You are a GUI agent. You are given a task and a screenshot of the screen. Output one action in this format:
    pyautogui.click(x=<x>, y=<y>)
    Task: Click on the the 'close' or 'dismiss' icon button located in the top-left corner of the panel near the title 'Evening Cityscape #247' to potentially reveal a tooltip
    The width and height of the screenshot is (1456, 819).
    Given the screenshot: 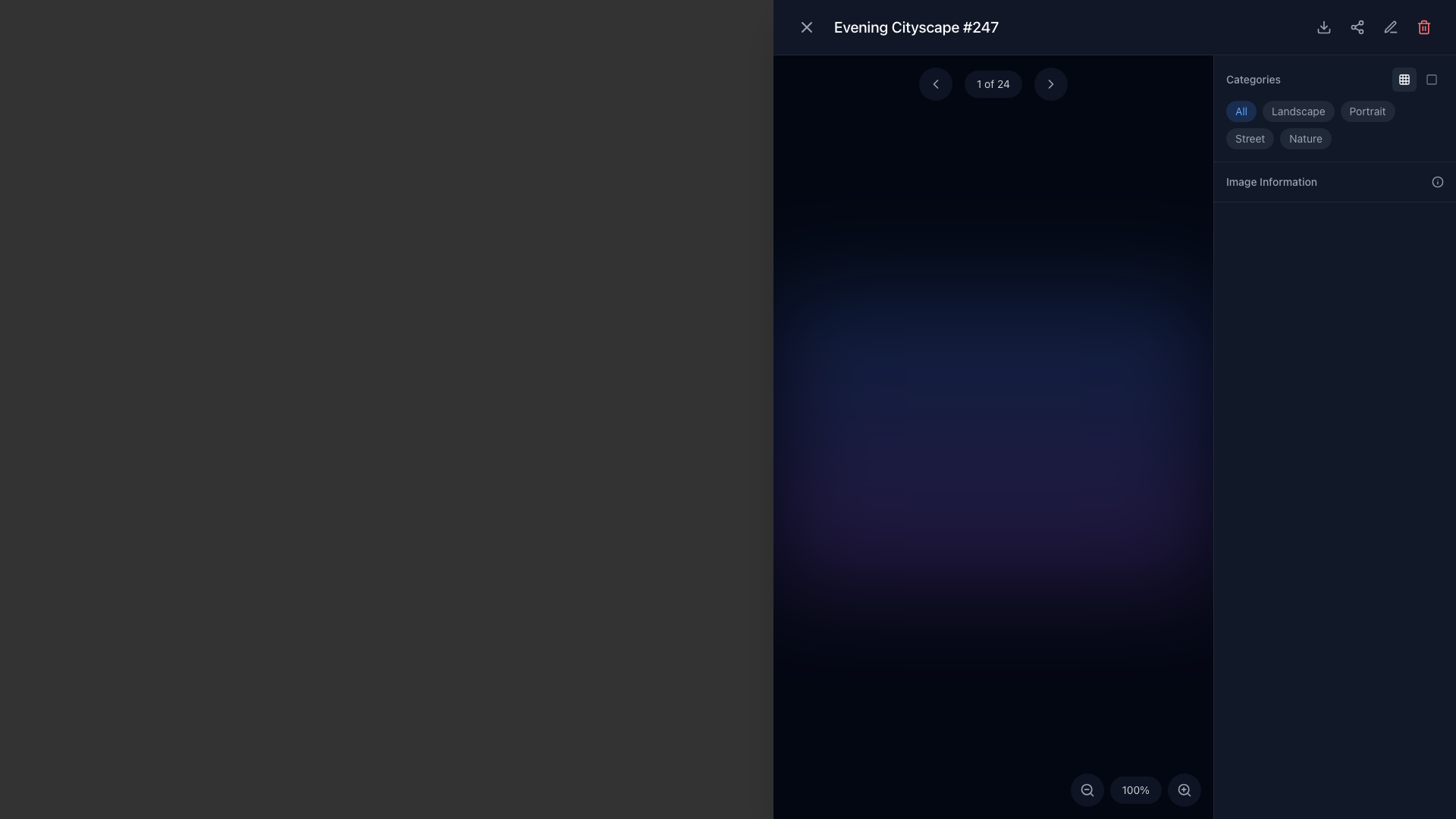 What is the action you would take?
    pyautogui.click(x=806, y=27)
    